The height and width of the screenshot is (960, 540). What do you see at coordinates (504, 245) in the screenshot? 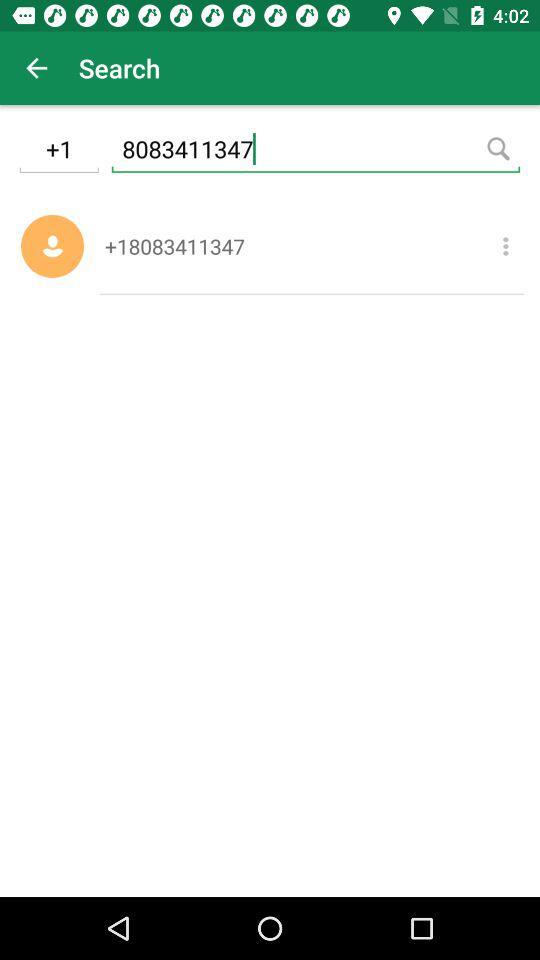
I see `the item to the right of the +18083411347 icon` at bounding box center [504, 245].